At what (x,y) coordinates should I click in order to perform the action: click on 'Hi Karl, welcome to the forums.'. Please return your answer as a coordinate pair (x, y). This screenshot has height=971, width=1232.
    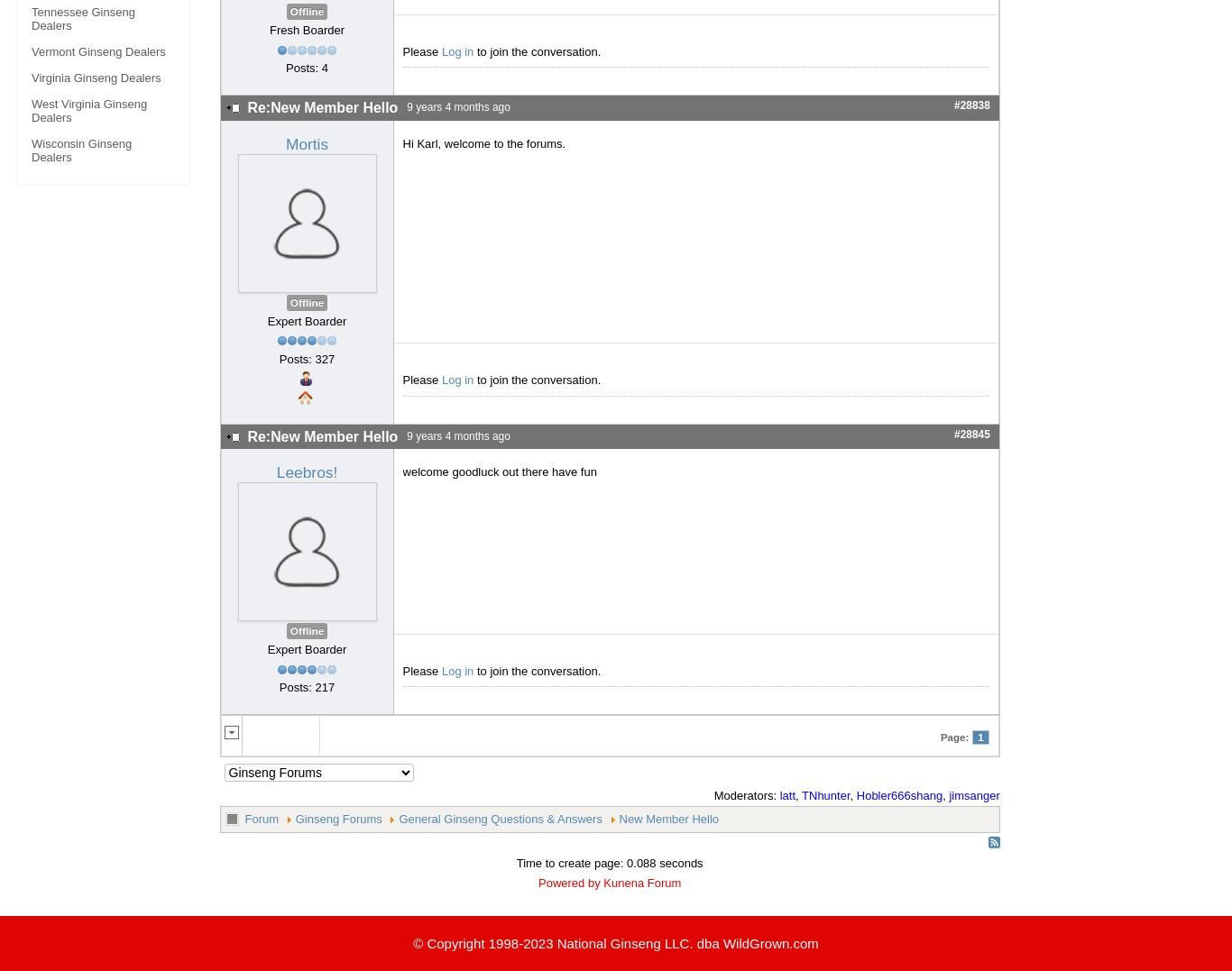
    Looking at the image, I should click on (483, 142).